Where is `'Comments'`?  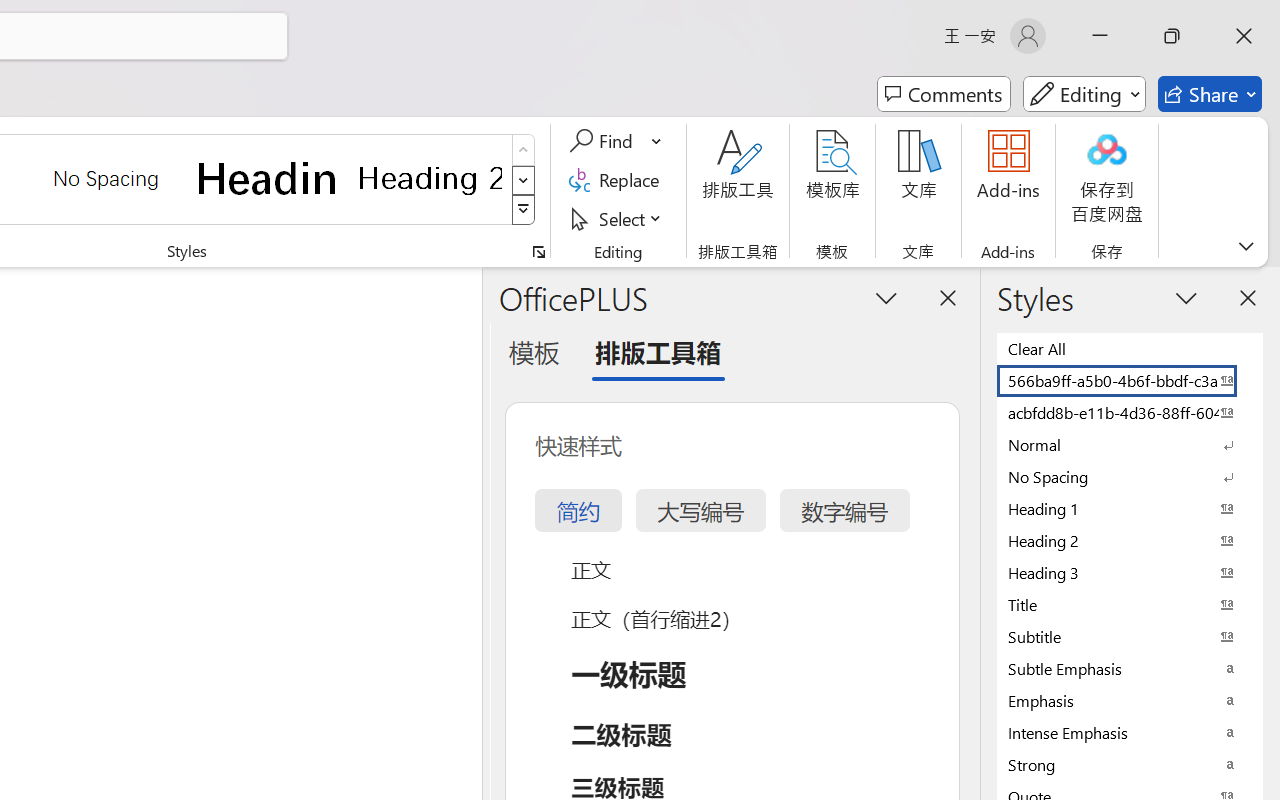 'Comments' is located at coordinates (943, 94).